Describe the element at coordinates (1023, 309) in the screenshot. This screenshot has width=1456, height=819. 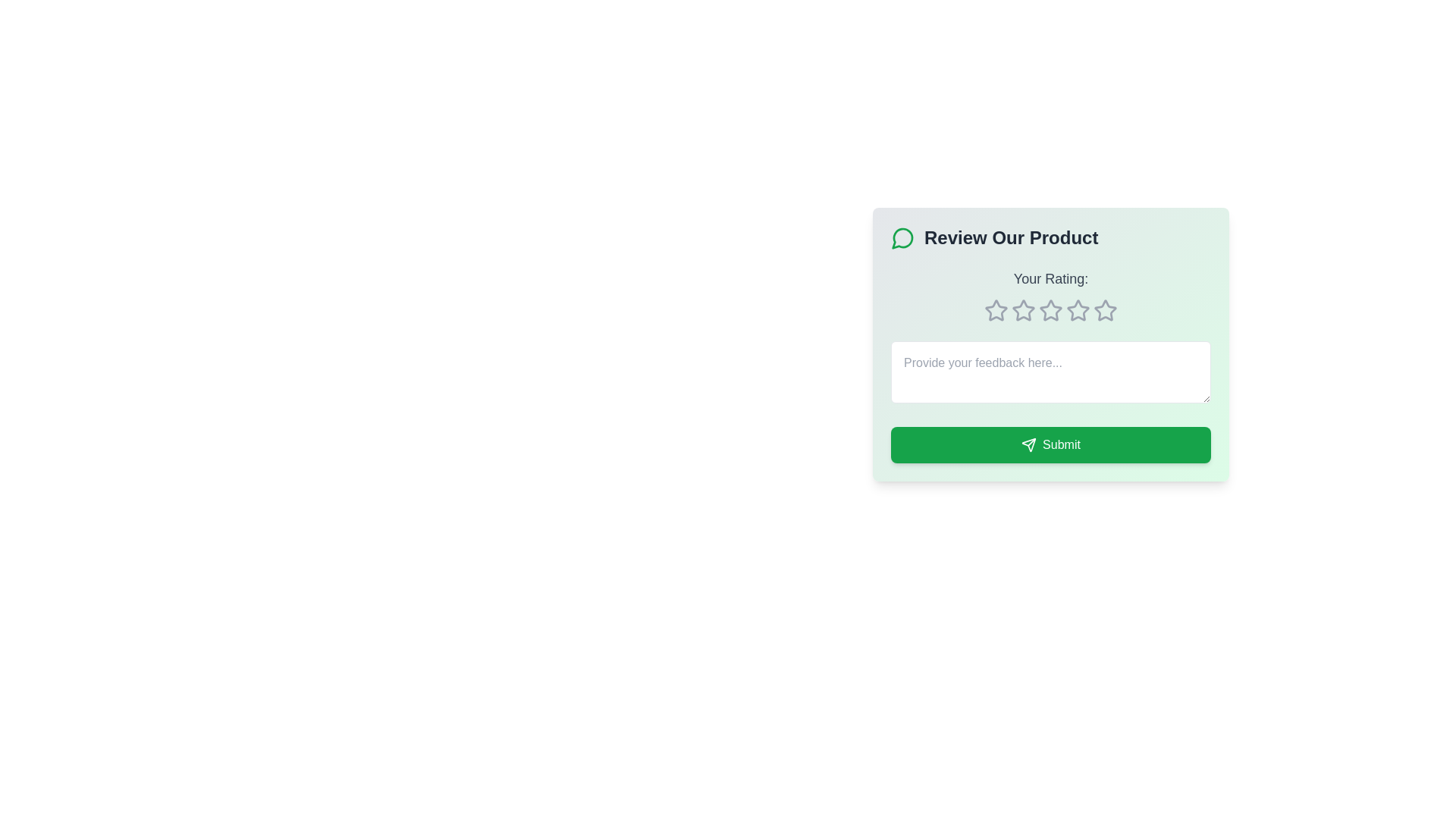
I see `the third star icon in the rating system below the 'Your Rating' text` at that location.